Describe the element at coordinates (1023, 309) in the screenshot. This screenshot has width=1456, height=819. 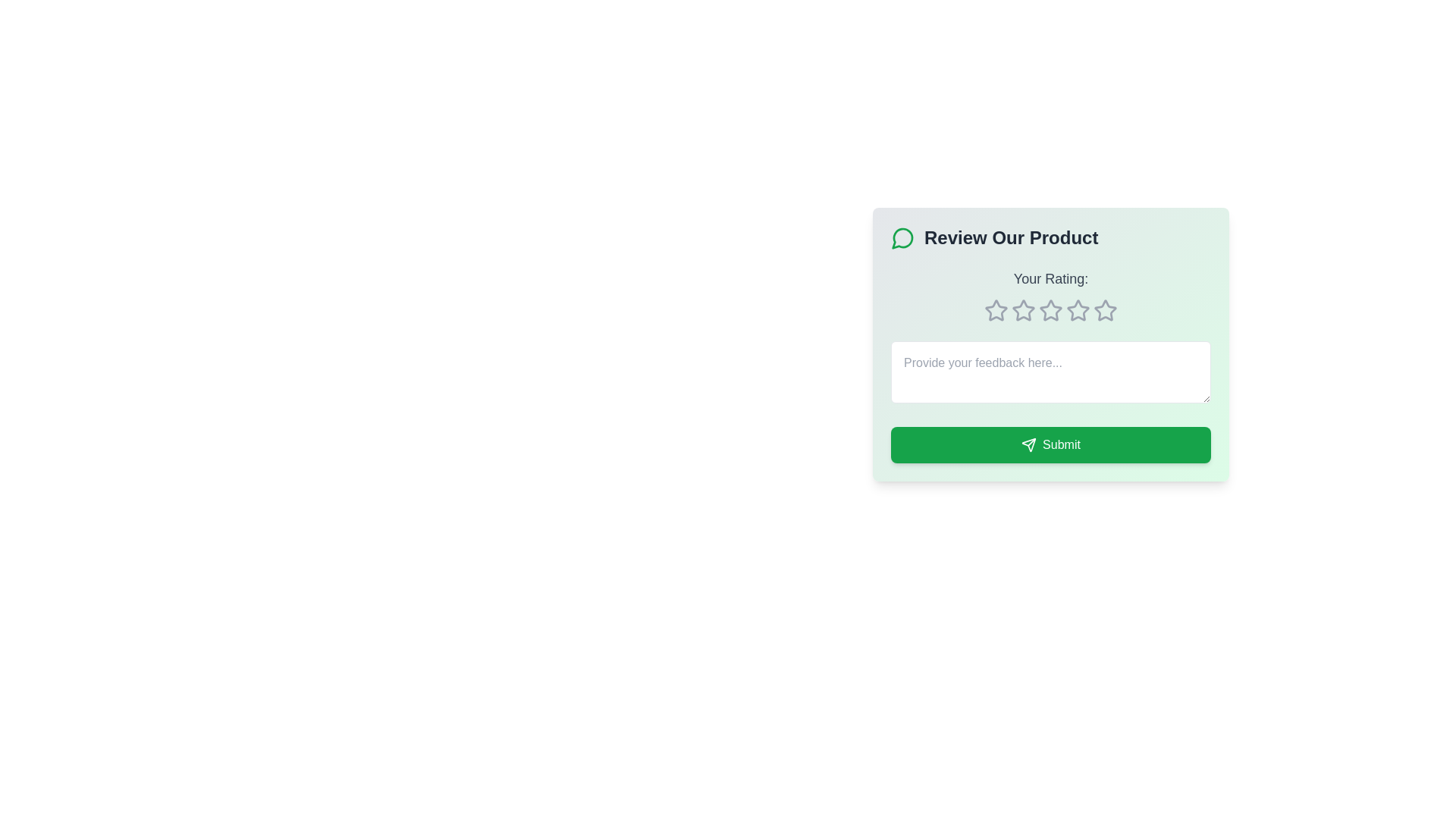
I see `the third star icon in the rating system below the 'Your Rating' text` at that location.